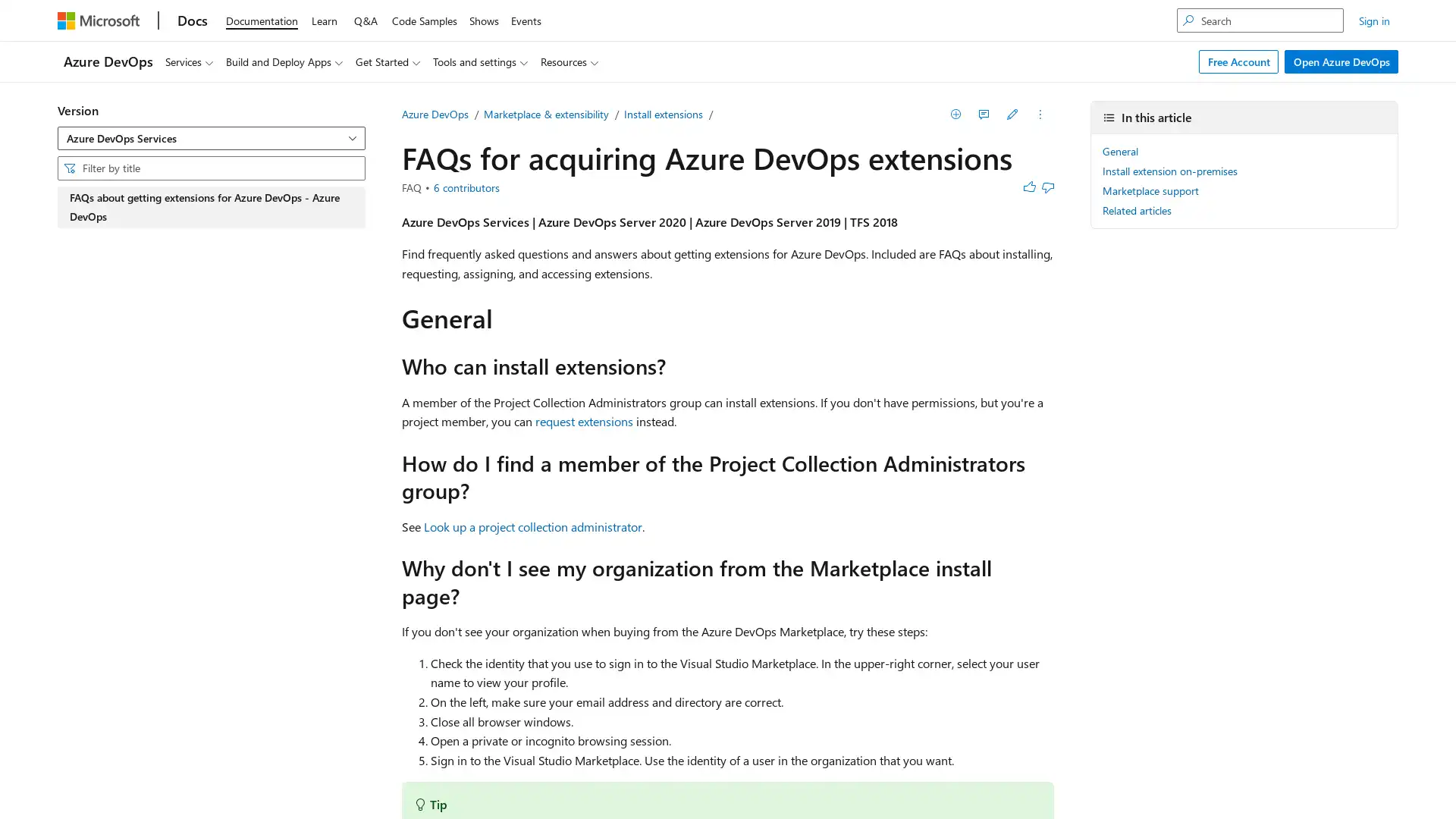 This screenshot has width=1456, height=819. What do you see at coordinates (210, 137) in the screenshot?
I see `Azure DevOps Services` at bounding box center [210, 137].